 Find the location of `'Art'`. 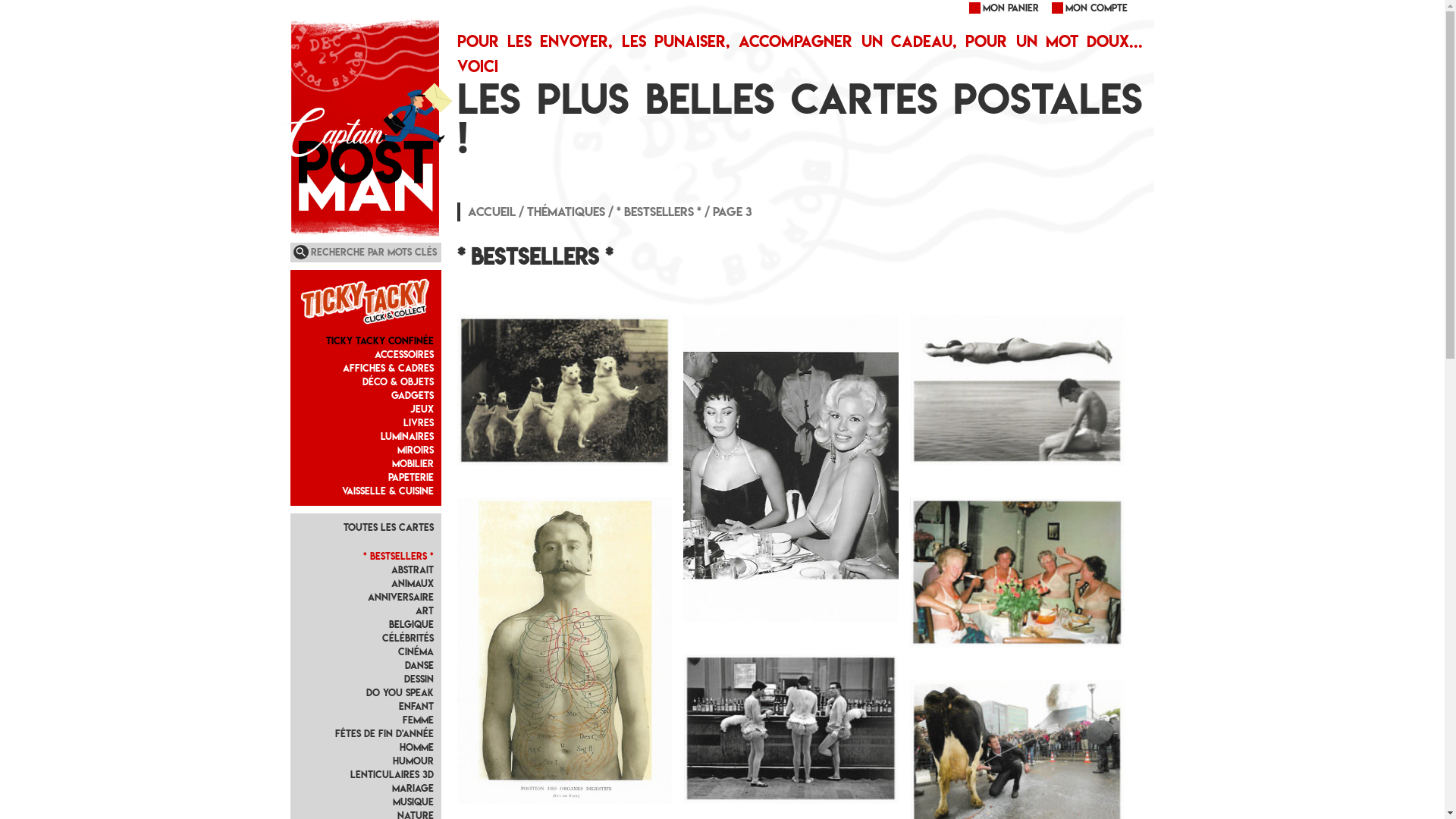

'Art' is located at coordinates (415, 610).